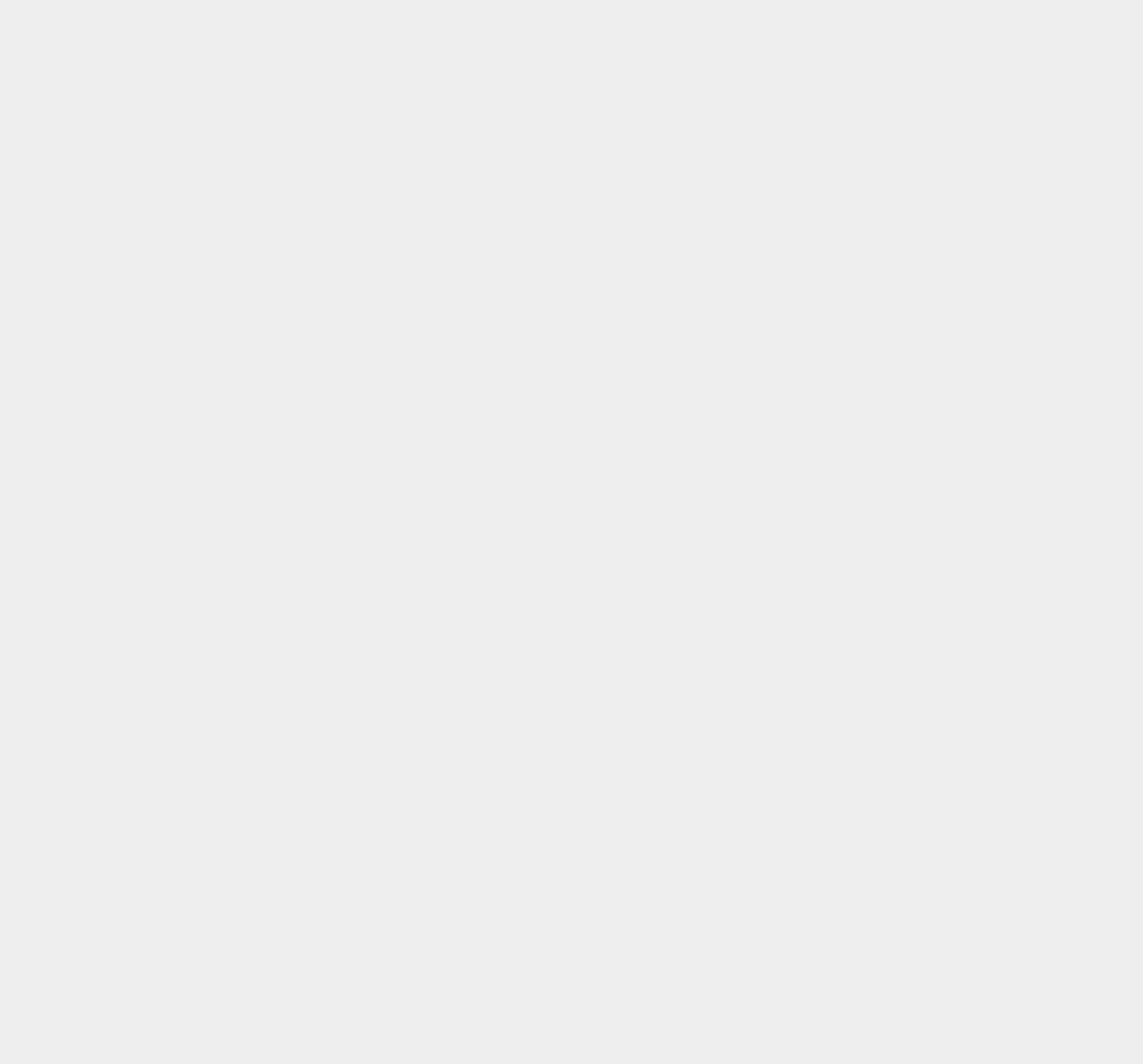 The height and width of the screenshot is (1064, 1143). What do you see at coordinates (834, 89) in the screenshot?
I see `'Magento'` at bounding box center [834, 89].